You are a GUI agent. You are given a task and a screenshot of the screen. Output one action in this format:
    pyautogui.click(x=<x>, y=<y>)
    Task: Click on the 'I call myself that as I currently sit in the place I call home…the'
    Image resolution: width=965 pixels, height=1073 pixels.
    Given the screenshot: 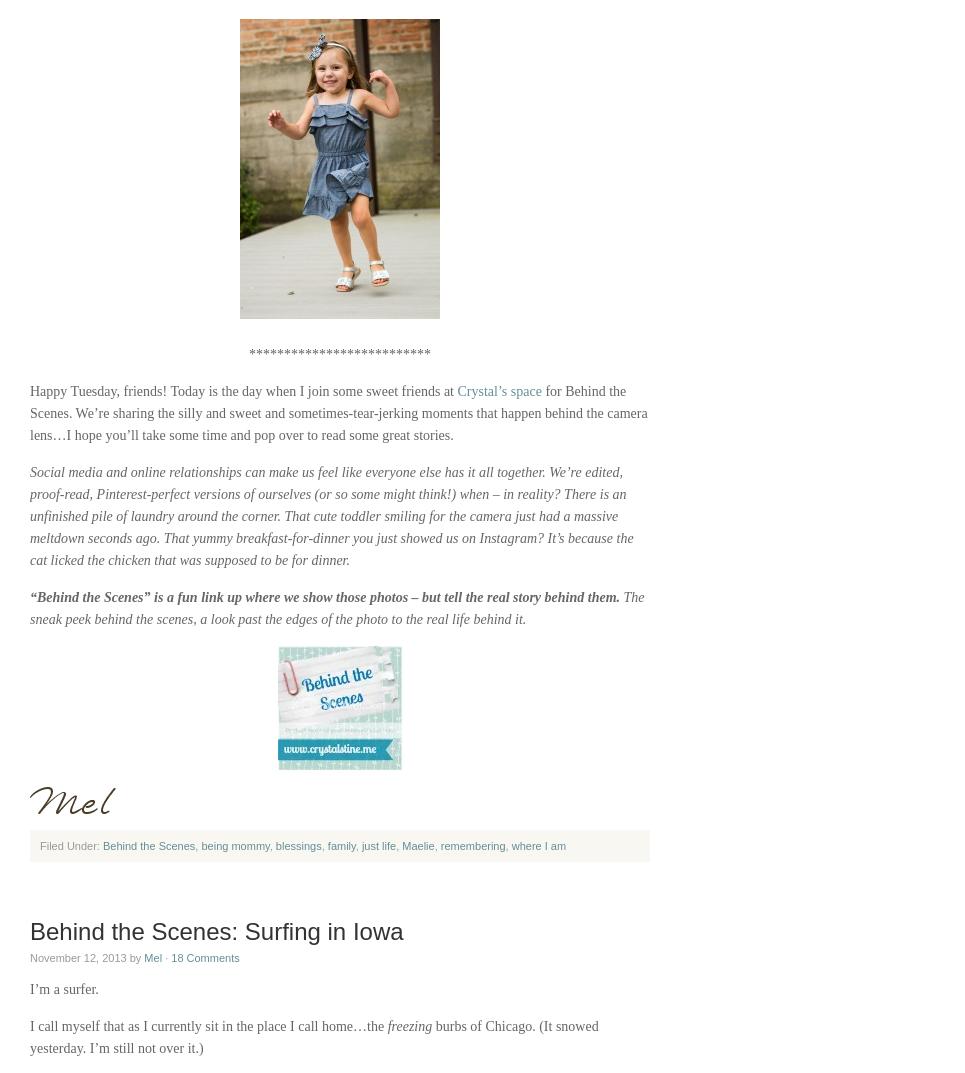 What is the action you would take?
    pyautogui.click(x=208, y=1026)
    